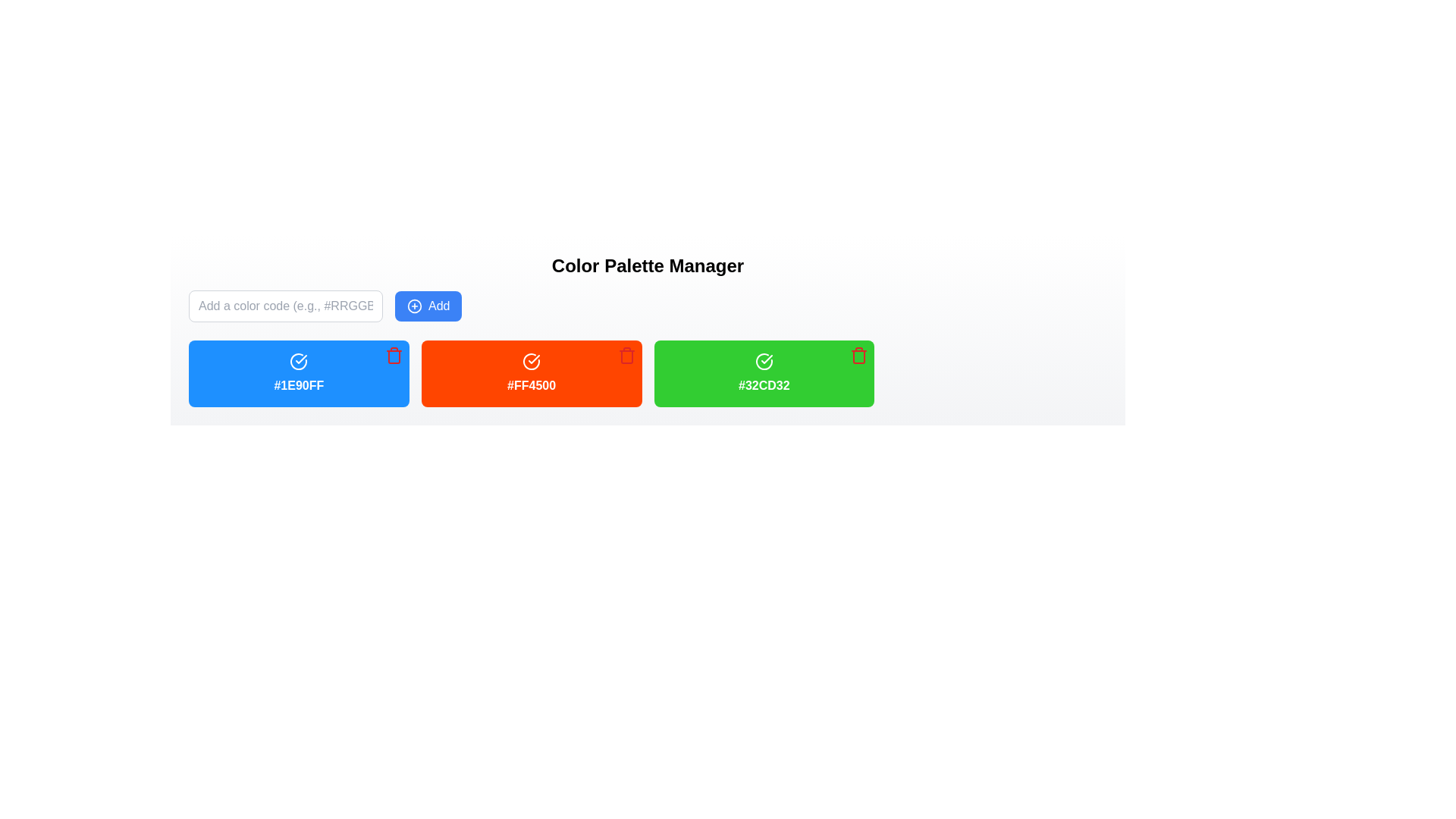  I want to click on the decorative element that visually represents the functionality of the green button, located as the third button in a row below the 'Color Palette Manager' header, so click(764, 362).